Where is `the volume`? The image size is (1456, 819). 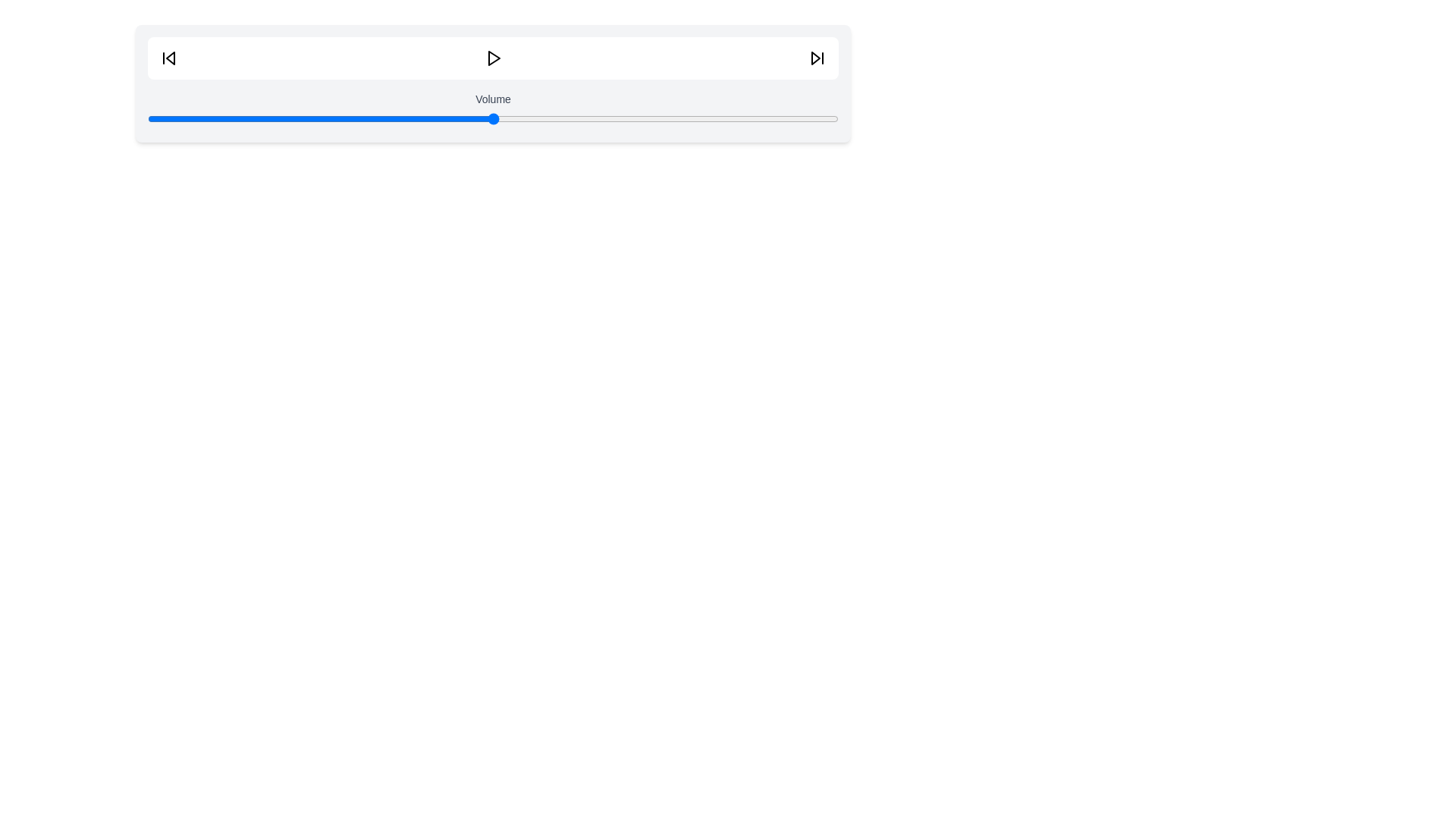
the volume is located at coordinates (389, 118).